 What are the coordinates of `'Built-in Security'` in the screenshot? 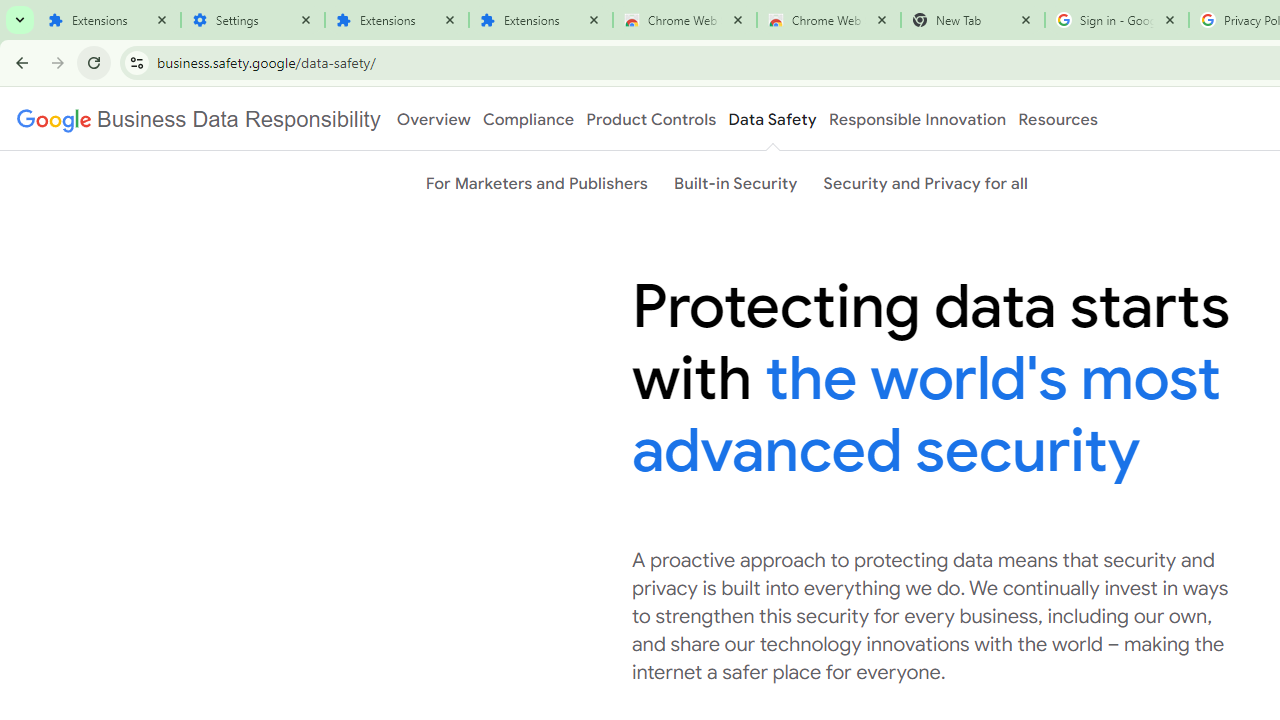 It's located at (735, 183).